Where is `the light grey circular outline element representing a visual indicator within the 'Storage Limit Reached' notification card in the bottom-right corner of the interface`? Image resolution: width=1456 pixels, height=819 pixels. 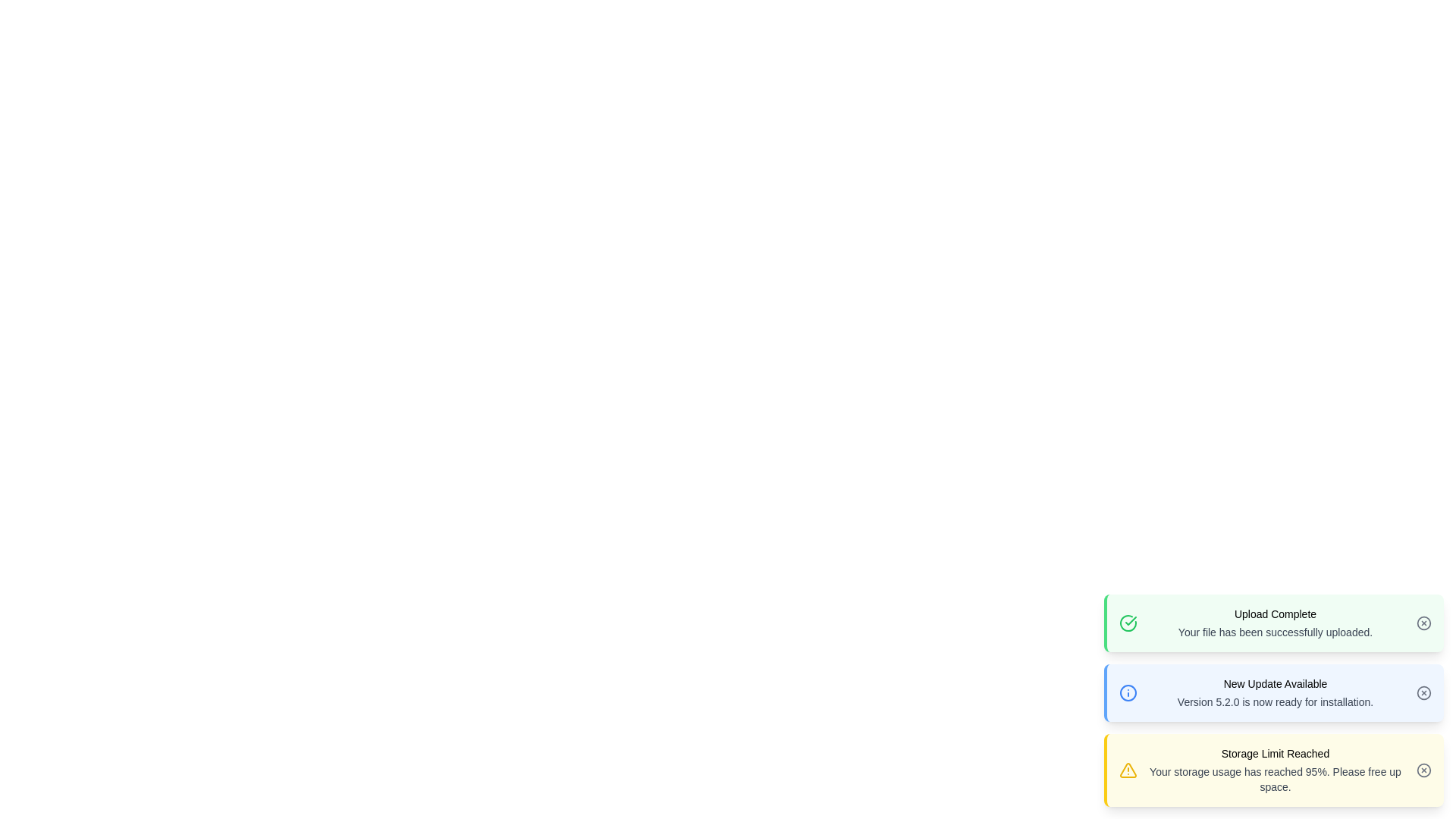 the light grey circular outline element representing a visual indicator within the 'Storage Limit Reached' notification card in the bottom-right corner of the interface is located at coordinates (1423, 770).